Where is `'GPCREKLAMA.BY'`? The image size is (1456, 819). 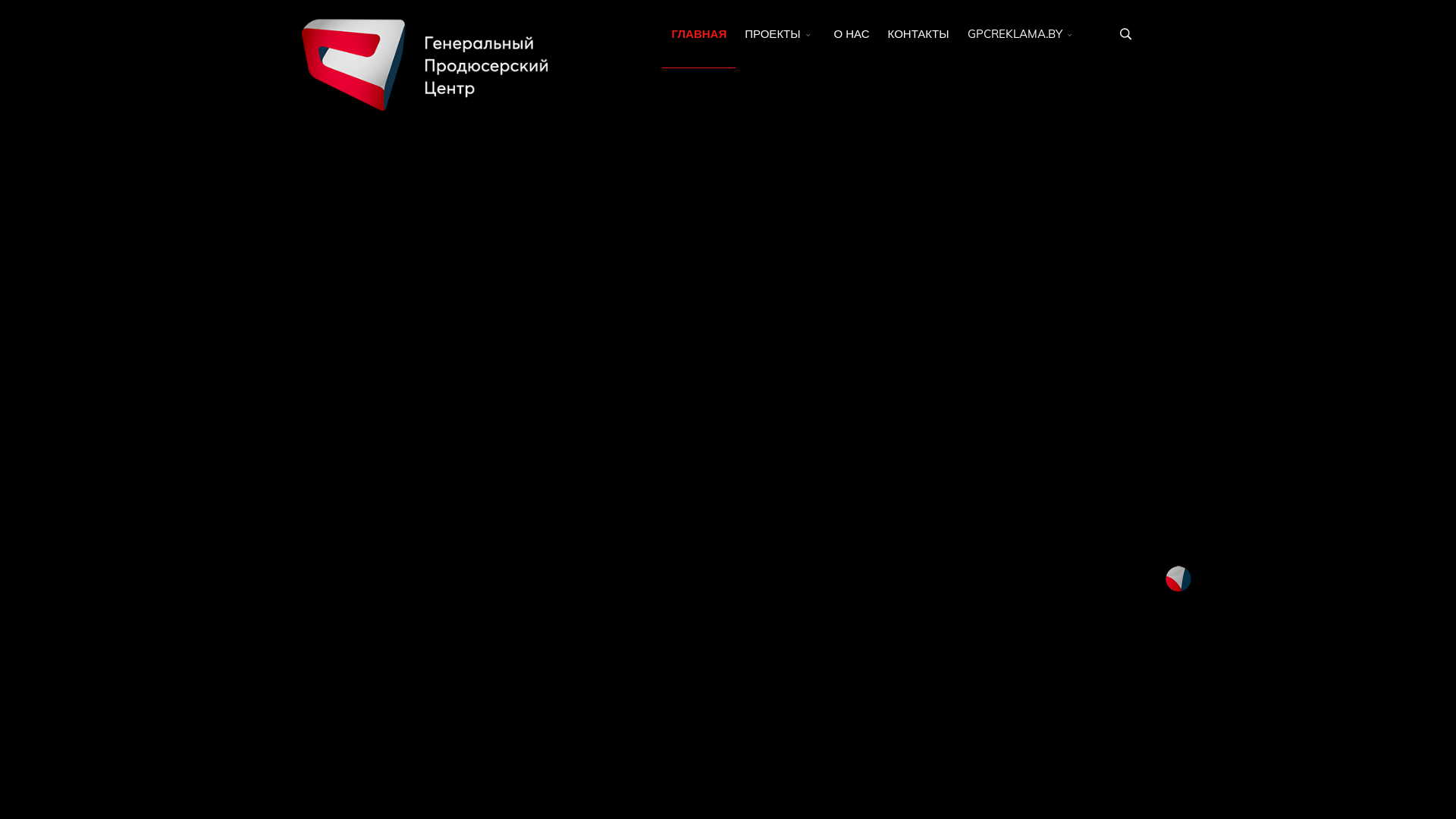
'GPCREKLAMA.BY' is located at coordinates (1022, 34).